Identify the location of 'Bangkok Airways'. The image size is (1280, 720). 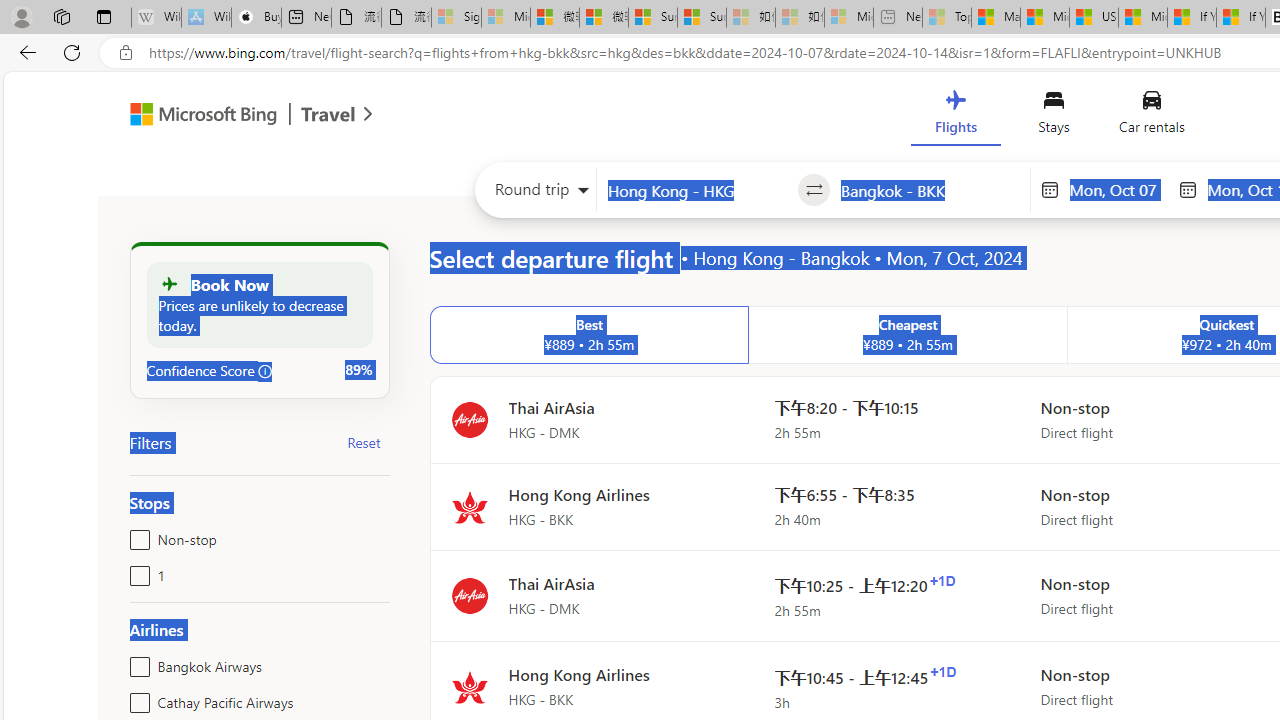
(135, 663).